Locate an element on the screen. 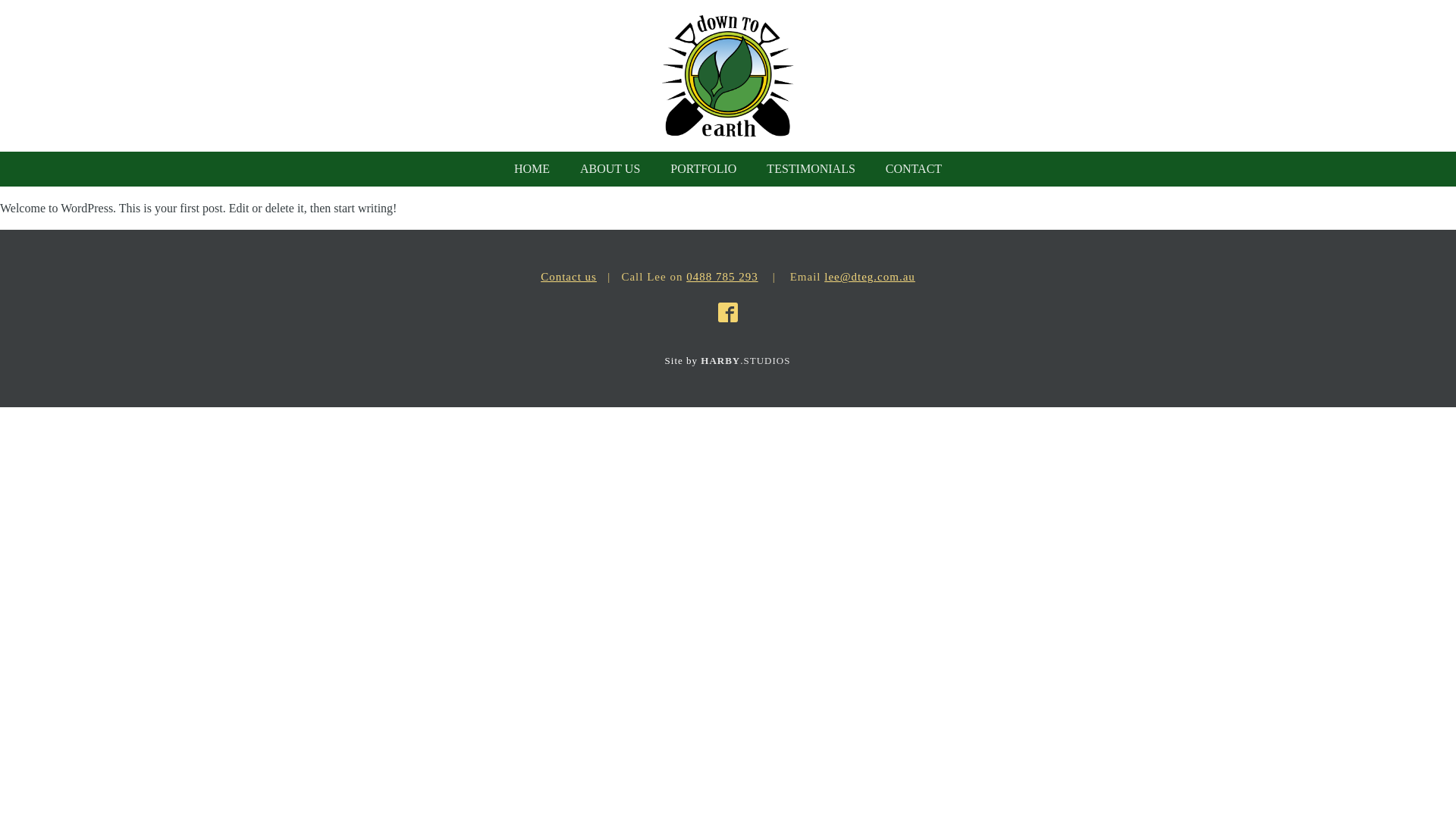  'PORTFOLIO' is located at coordinates (702, 169).